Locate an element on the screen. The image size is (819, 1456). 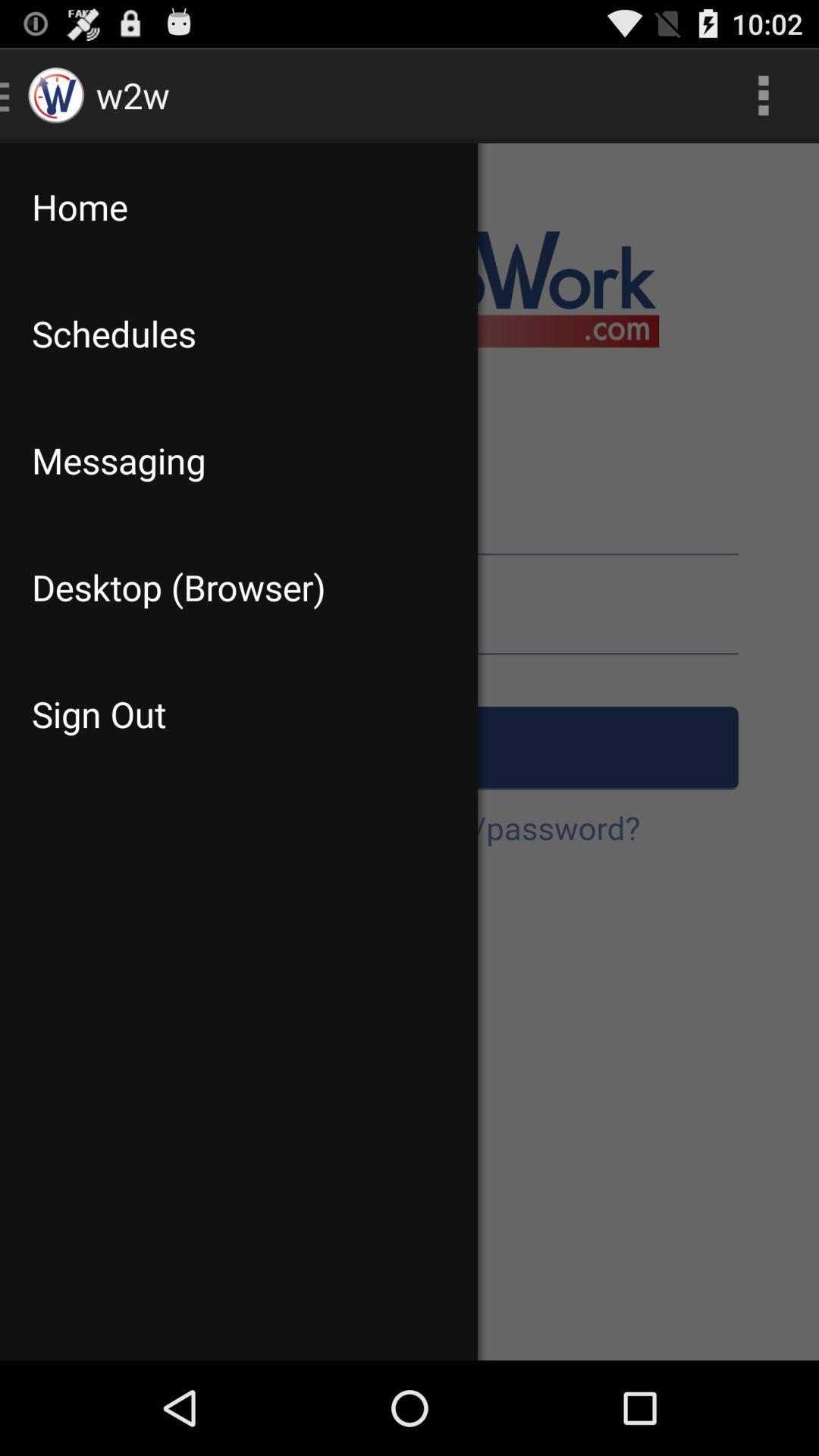
the icon next to home item is located at coordinates (763, 94).